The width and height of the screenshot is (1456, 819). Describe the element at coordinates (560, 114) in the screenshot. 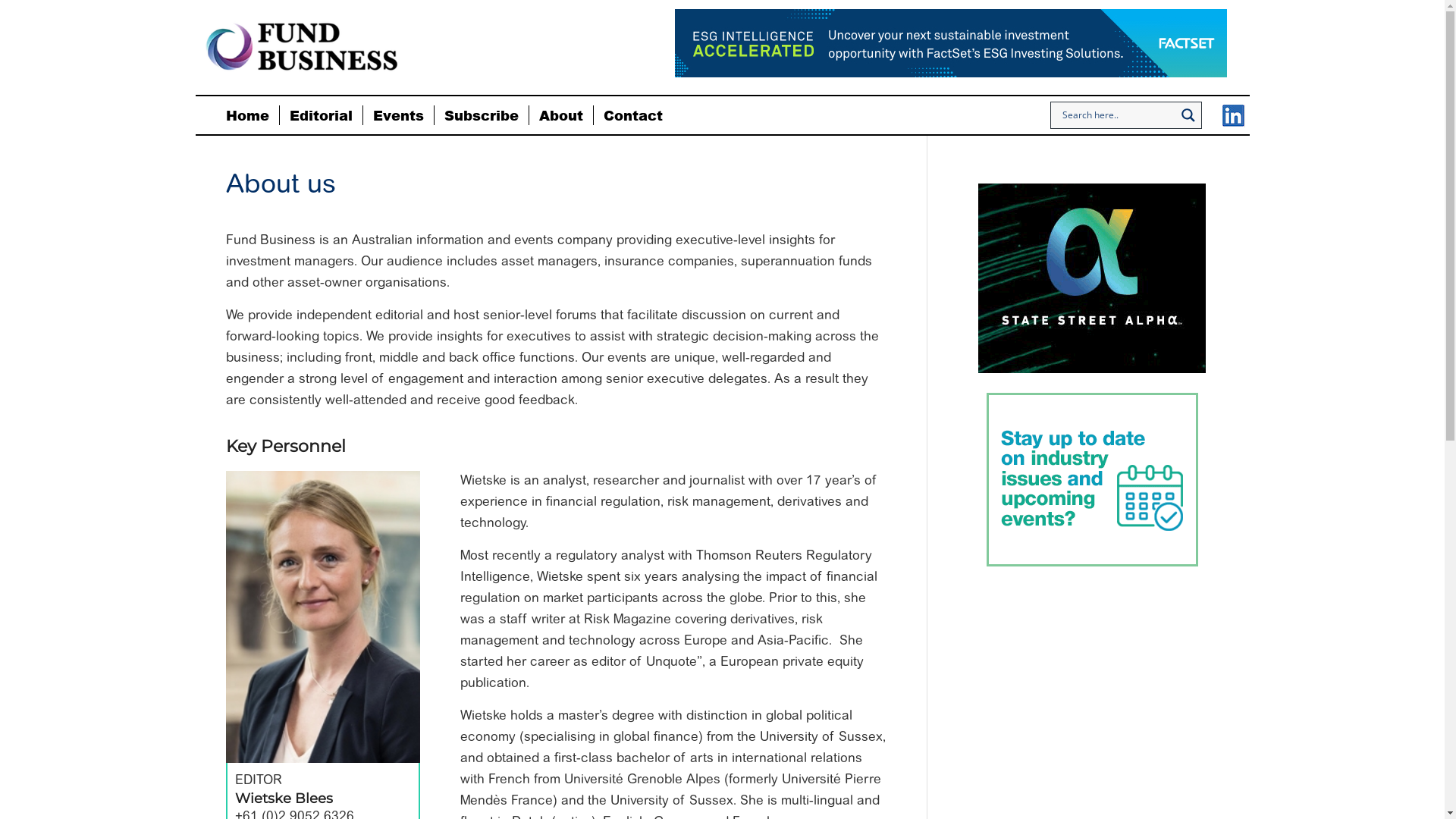

I see `'About'` at that location.